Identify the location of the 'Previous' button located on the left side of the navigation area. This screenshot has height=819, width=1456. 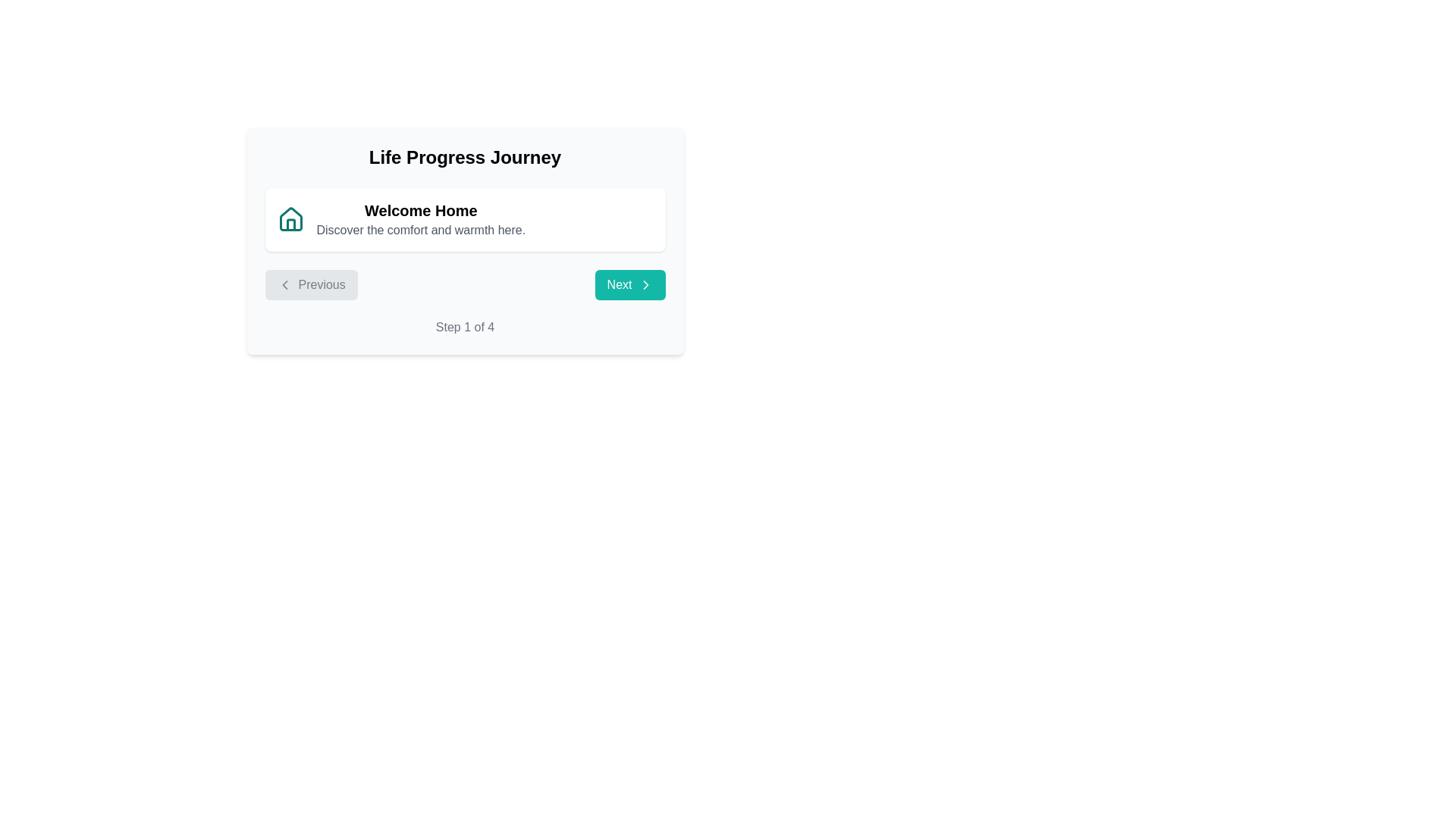
(310, 284).